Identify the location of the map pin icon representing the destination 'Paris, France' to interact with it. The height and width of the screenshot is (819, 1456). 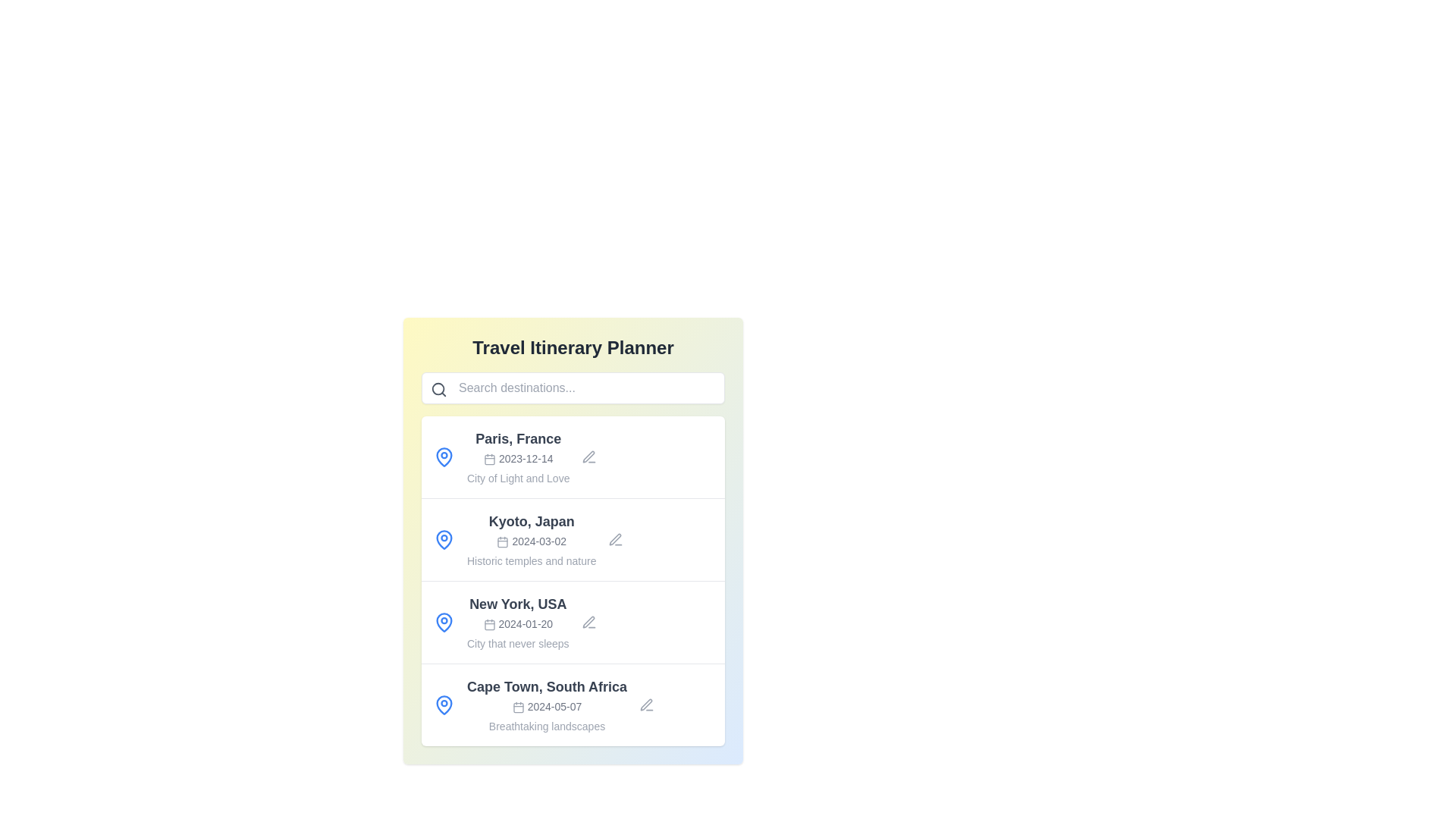
(443, 455).